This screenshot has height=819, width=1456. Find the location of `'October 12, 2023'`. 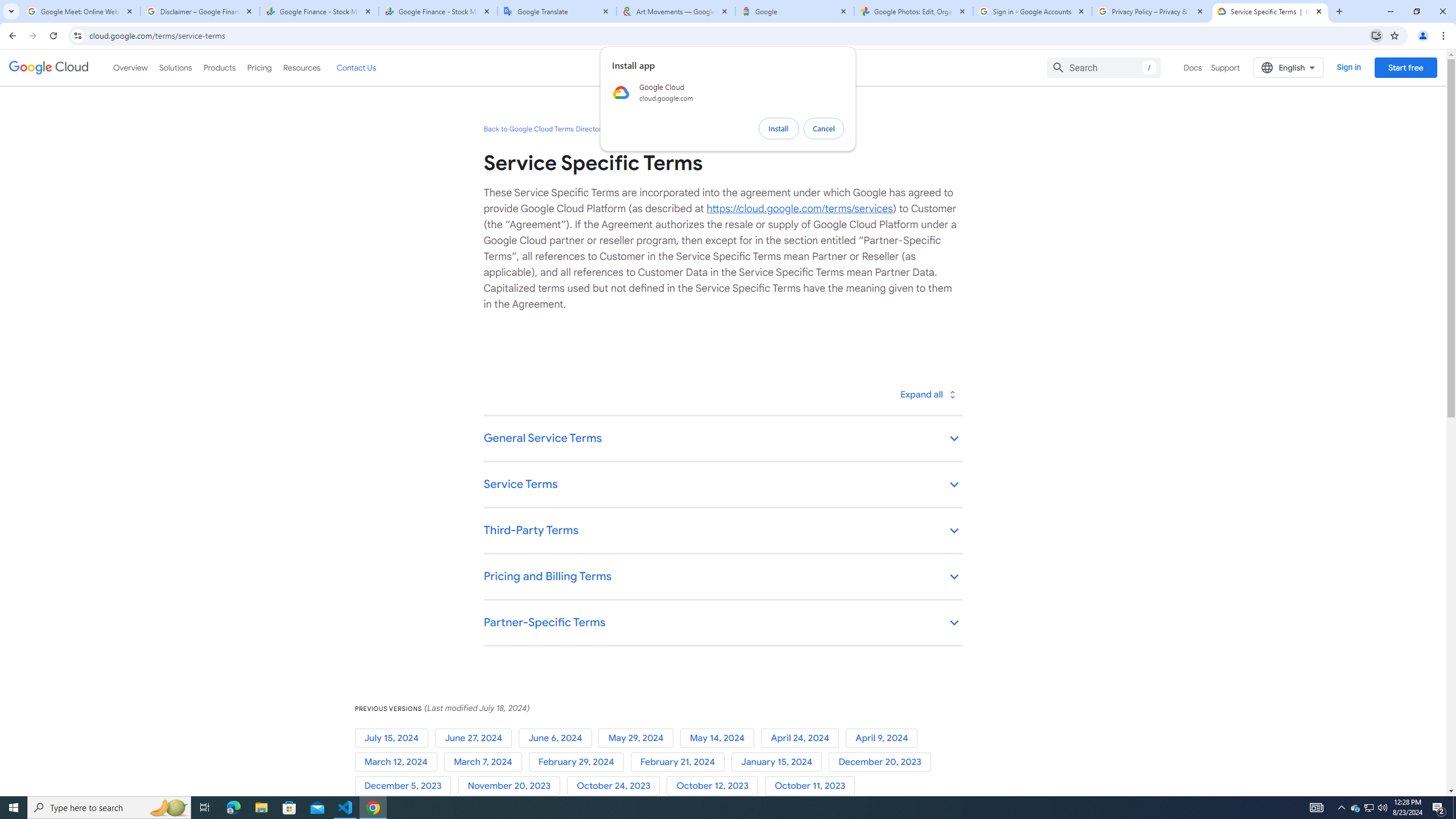

'October 12, 2023' is located at coordinates (715, 786).